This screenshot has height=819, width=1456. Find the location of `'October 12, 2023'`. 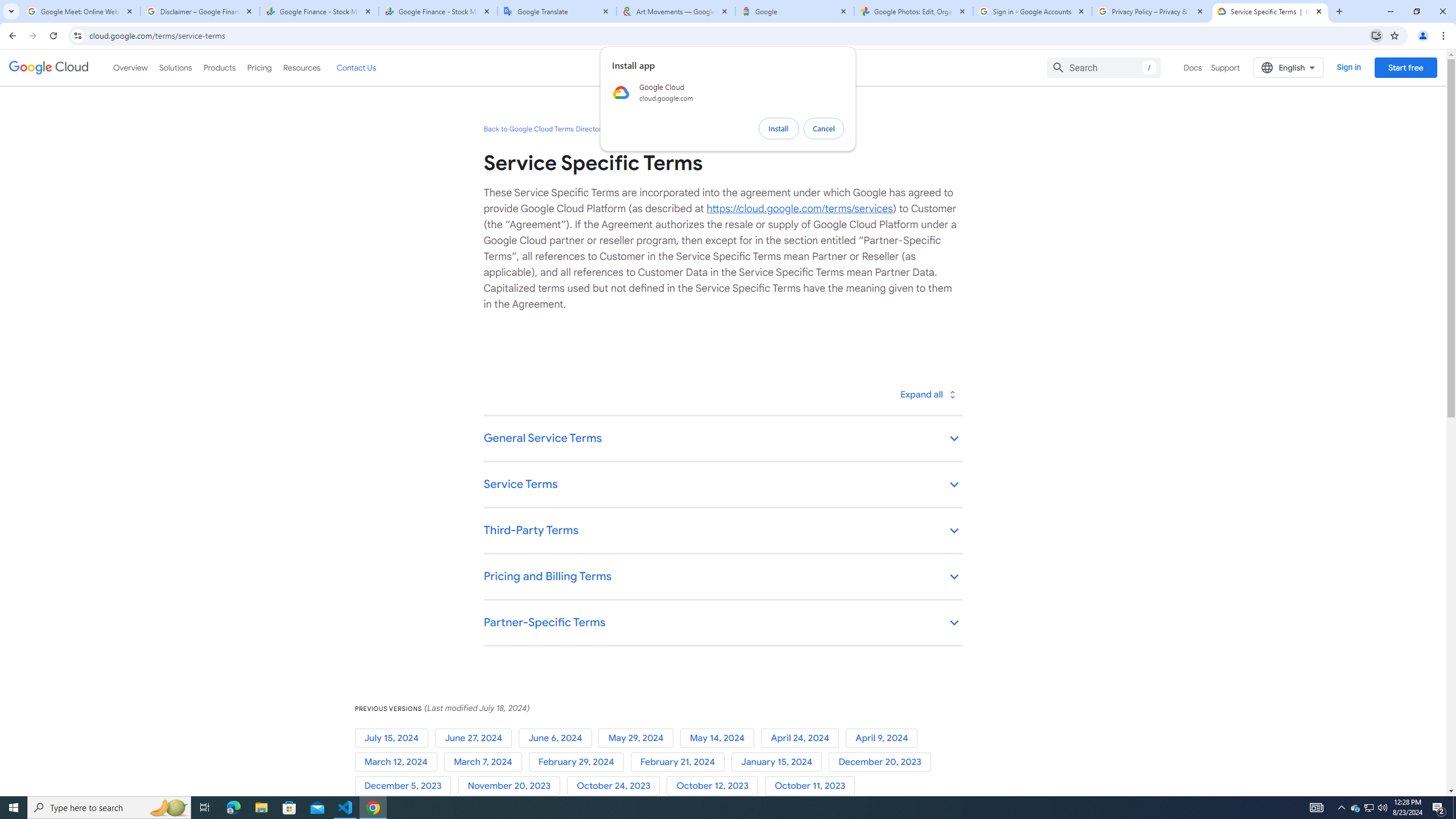

'October 12, 2023' is located at coordinates (715, 786).